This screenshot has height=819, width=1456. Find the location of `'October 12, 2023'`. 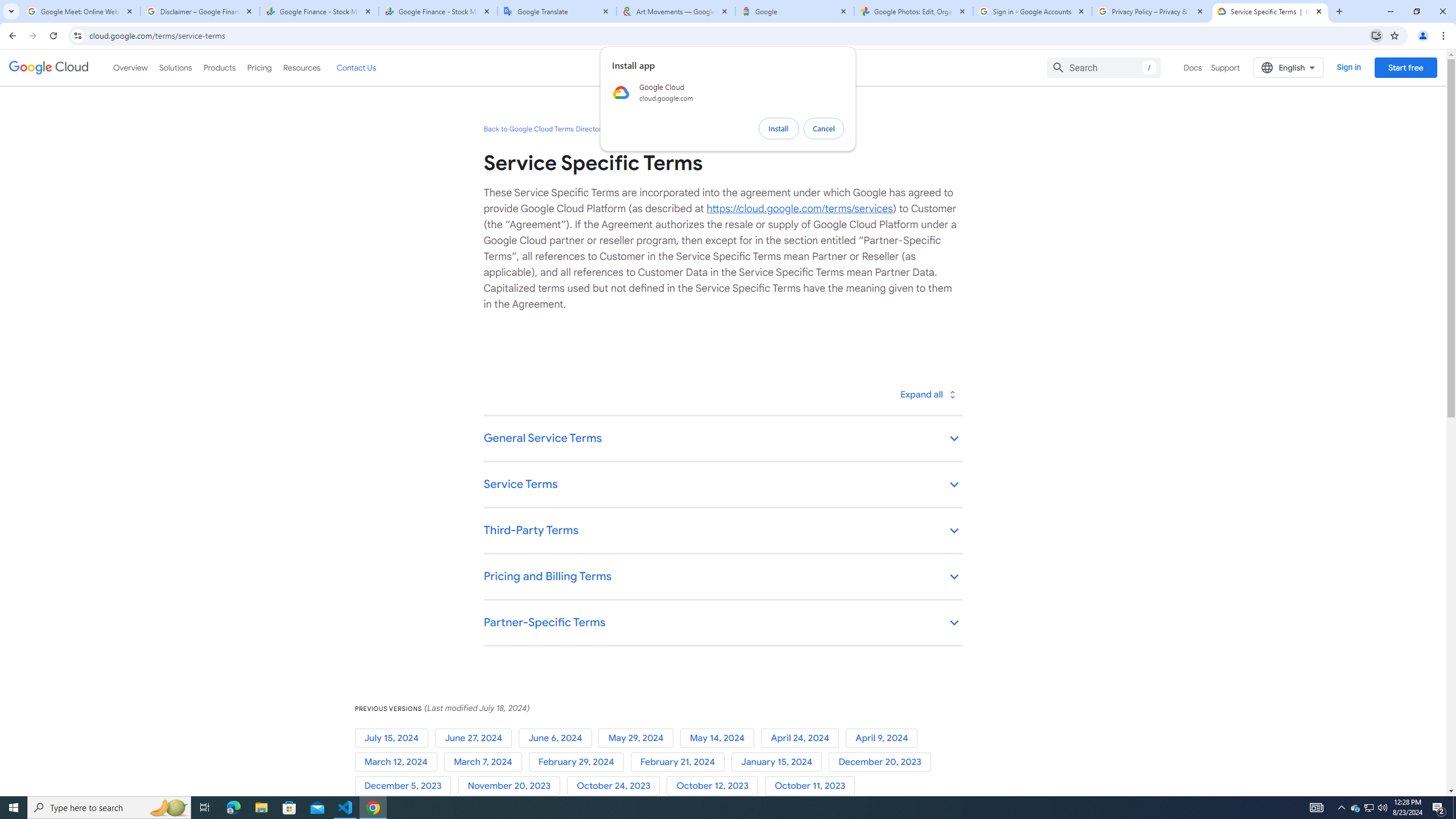

'October 12, 2023' is located at coordinates (715, 786).